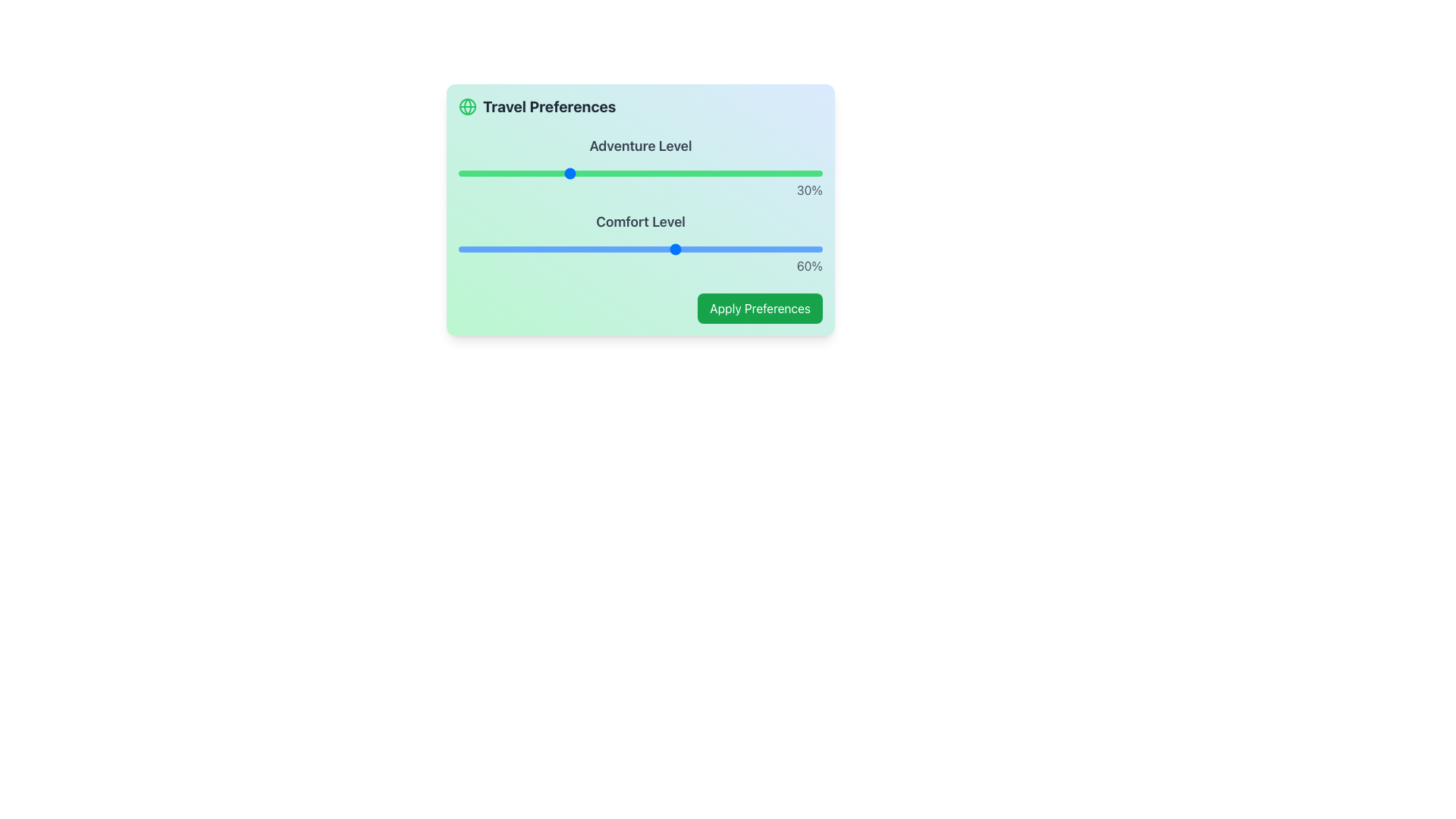 The image size is (1456, 819). Describe the element at coordinates (467, 106) in the screenshot. I see `the green globe icon located at the top-left corner of the 'Travel Preferences' card, positioned to the left of the title text` at that location.